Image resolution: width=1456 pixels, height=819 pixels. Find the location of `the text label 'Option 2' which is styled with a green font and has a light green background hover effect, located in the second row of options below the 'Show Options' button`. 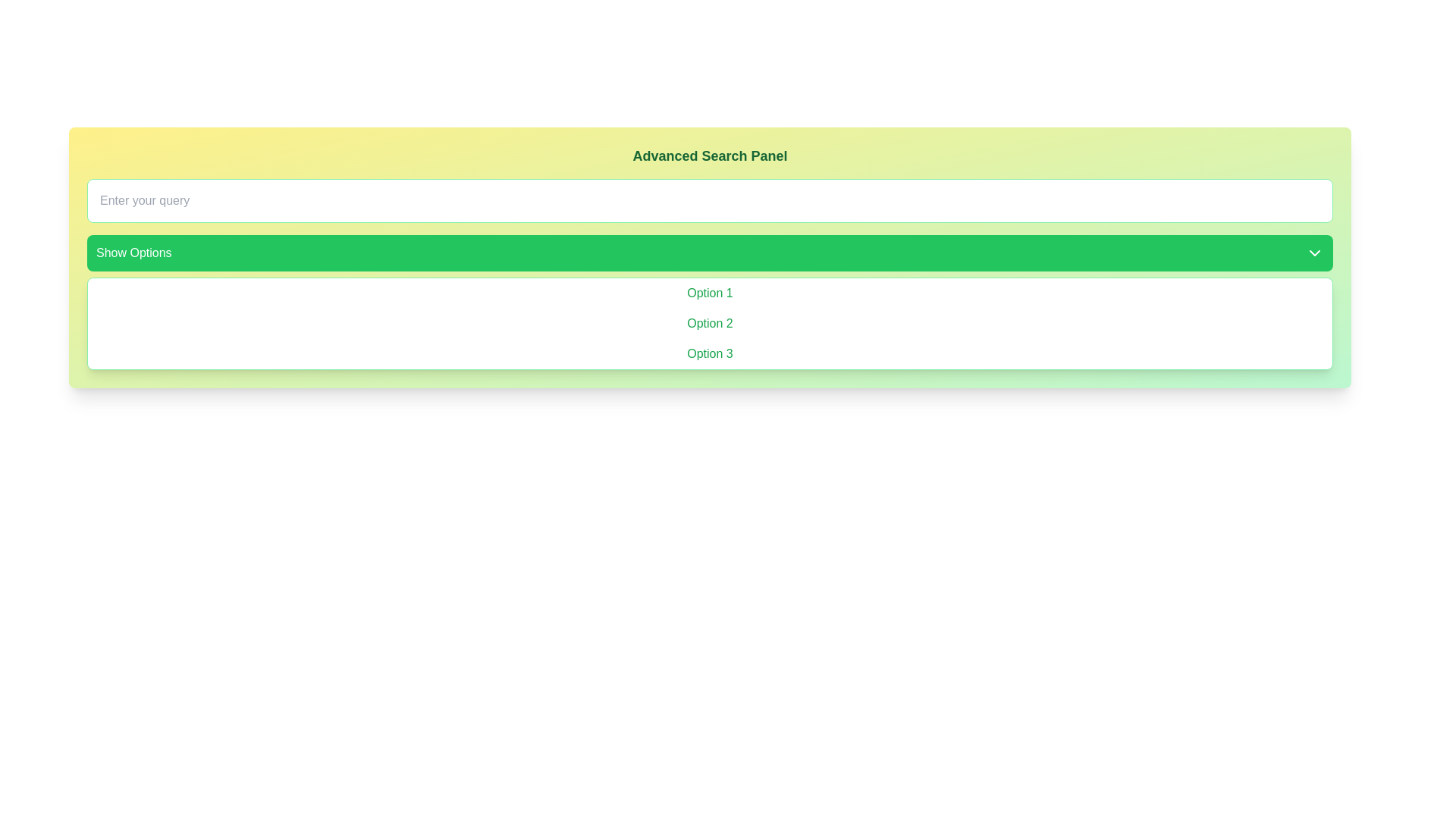

the text label 'Option 2' which is styled with a green font and has a light green background hover effect, located in the second row of options below the 'Show Options' button is located at coordinates (709, 323).